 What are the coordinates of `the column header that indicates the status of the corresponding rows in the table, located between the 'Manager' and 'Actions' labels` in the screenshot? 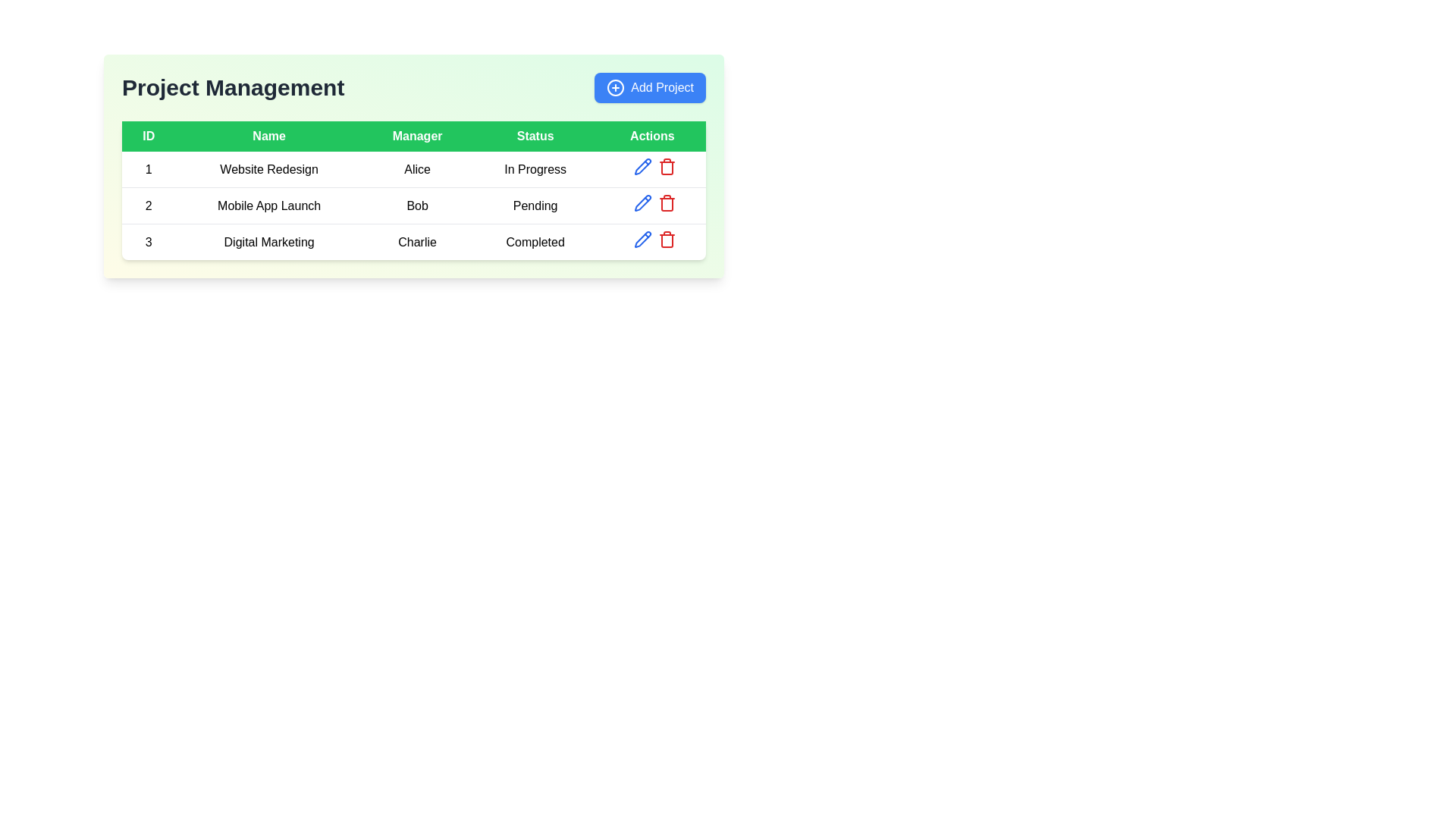 It's located at (535, 136).